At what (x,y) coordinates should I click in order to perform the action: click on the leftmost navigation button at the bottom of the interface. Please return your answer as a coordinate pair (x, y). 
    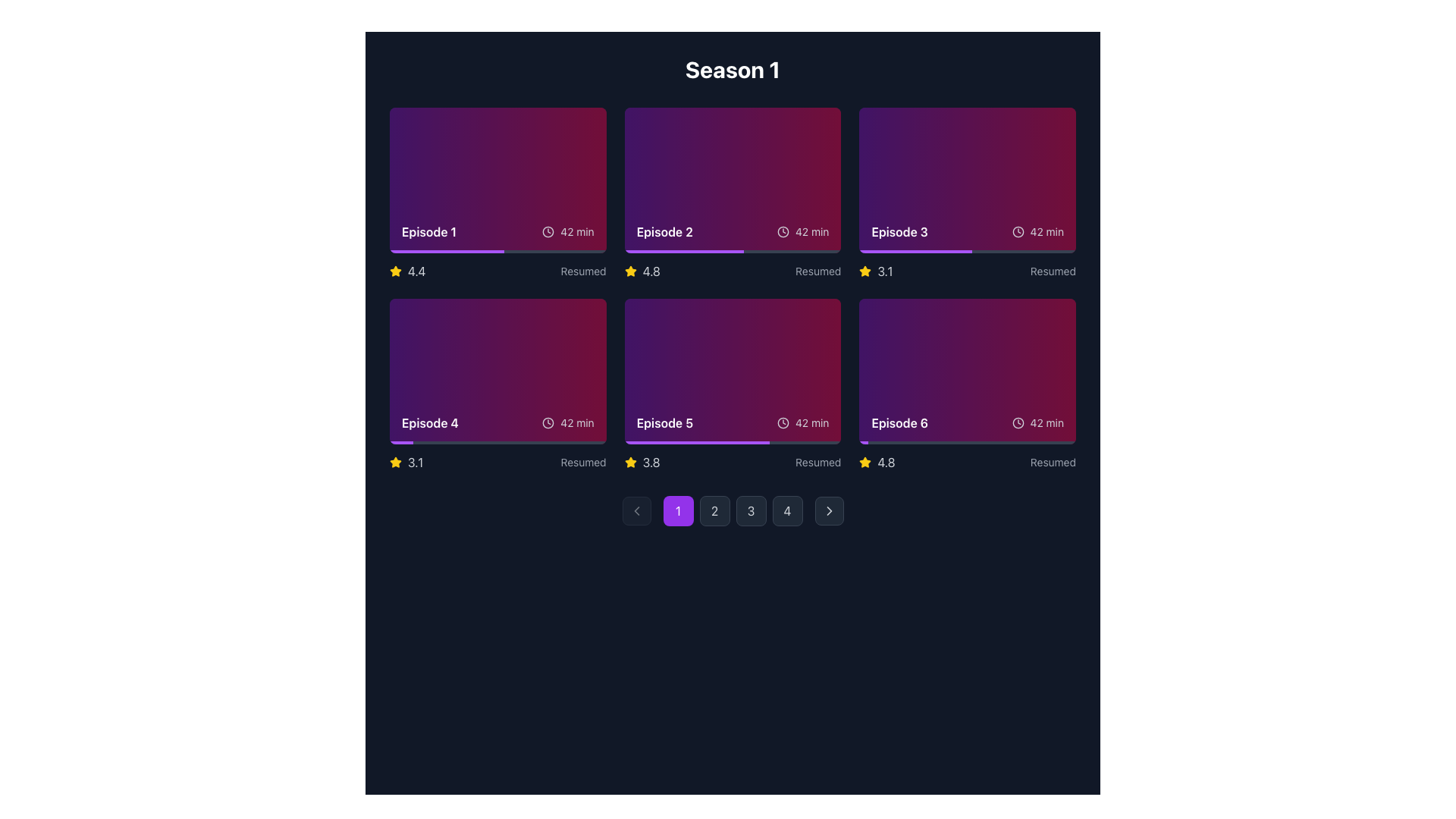
    Looking at the image, I should click on (677, 511).